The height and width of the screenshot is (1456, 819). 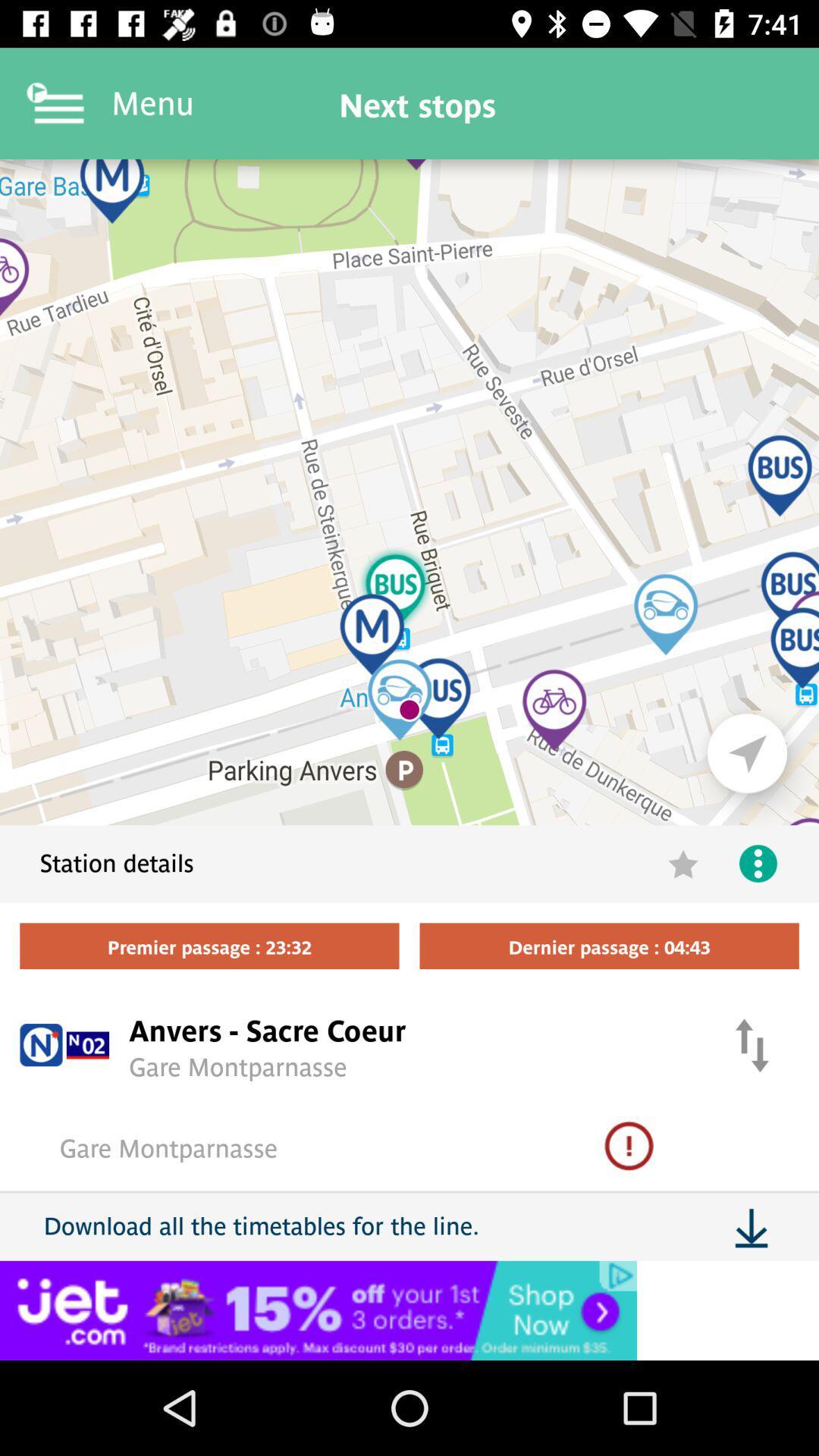 What do you see at coordinates (746, 753) in the screenshot?
I see `the navigation icon` at bounding box center [746, 753].